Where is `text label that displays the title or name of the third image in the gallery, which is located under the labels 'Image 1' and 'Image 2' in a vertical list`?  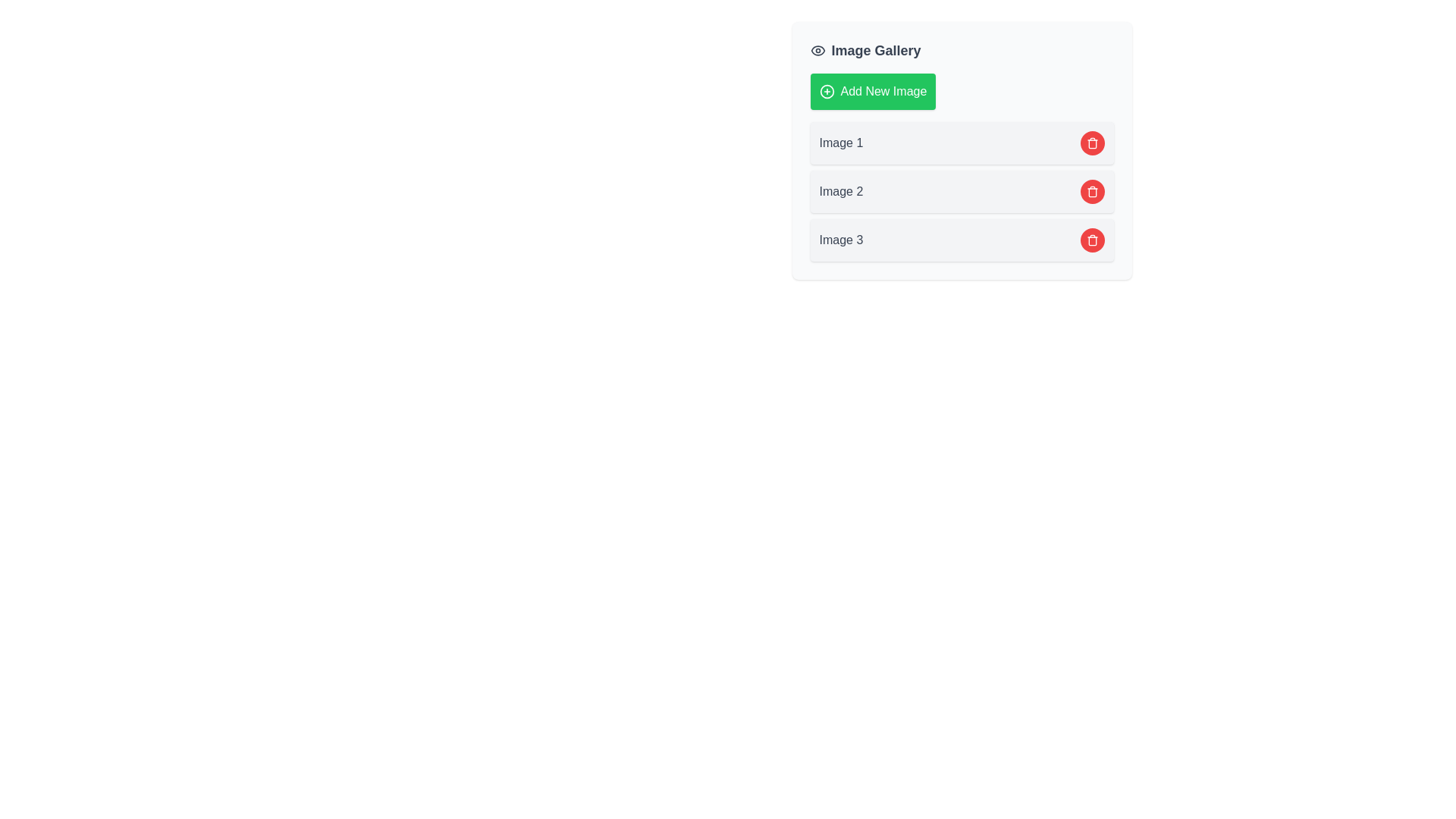
text label that displays the title or name of the third image in the gallery, which is located under the labels 'Image 1' and 'Image 2' in a vertical list is located at coordinates (840, 239).